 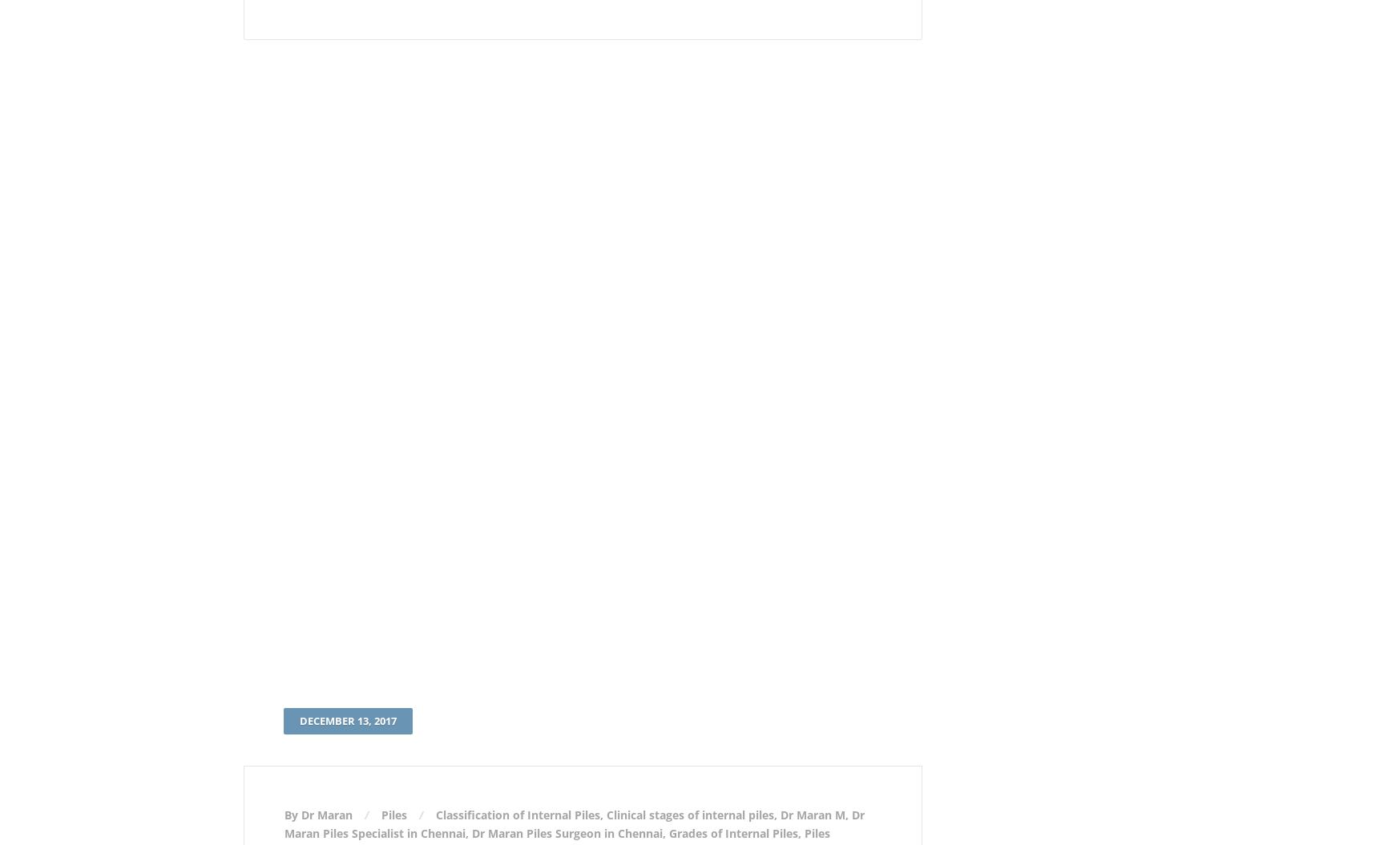 What do you see at coordinates (282, 823) in the screenshot?
I see `'Dr Maran Piles Specialist in Chennai'` at bounding box center [282, 823].